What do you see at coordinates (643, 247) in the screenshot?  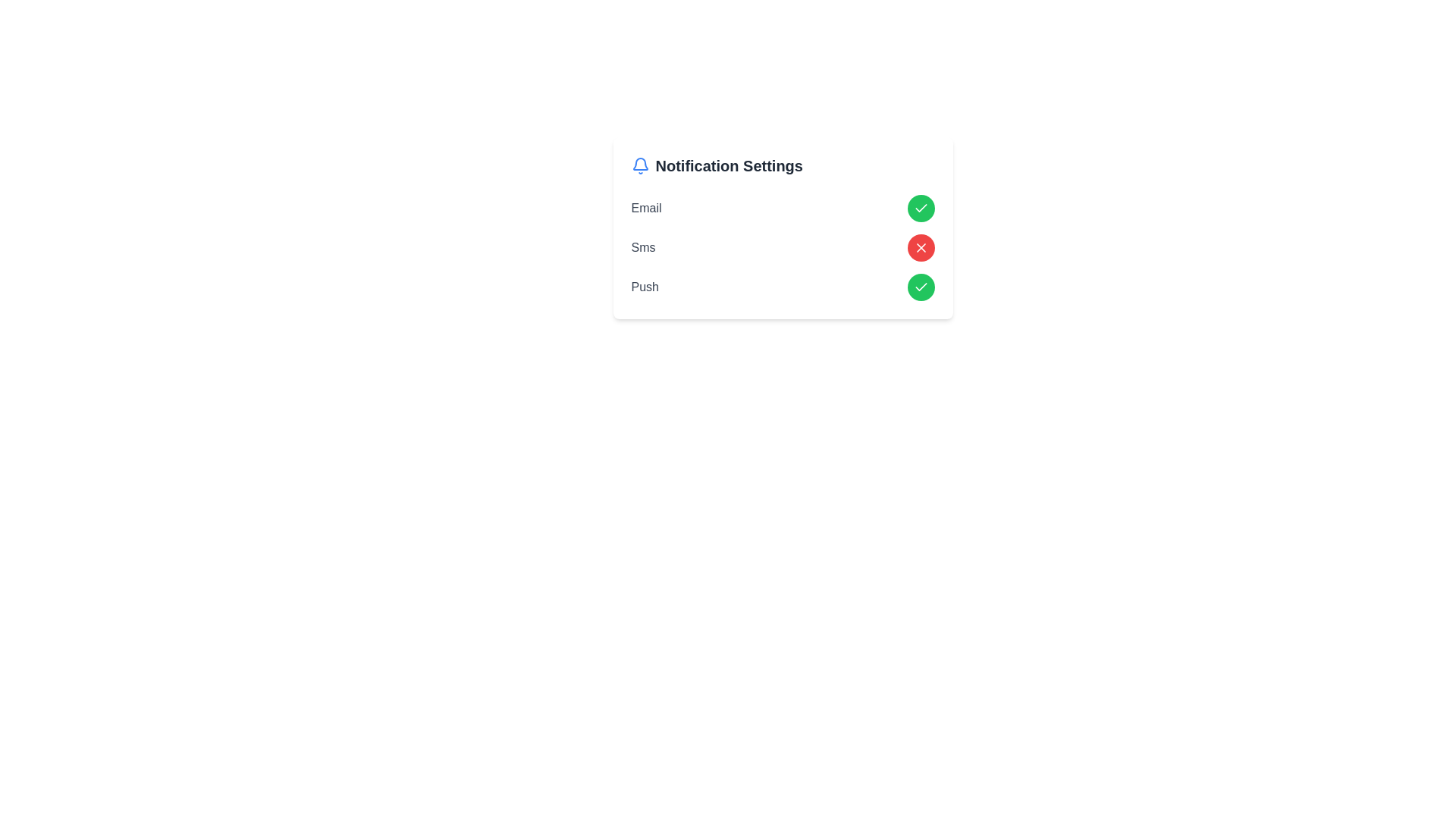 I see `the 'sms' text label, which is the second item in the Notification Settings list, positioned between 'Email' and 'Push'` at bounding box center [643, 247].